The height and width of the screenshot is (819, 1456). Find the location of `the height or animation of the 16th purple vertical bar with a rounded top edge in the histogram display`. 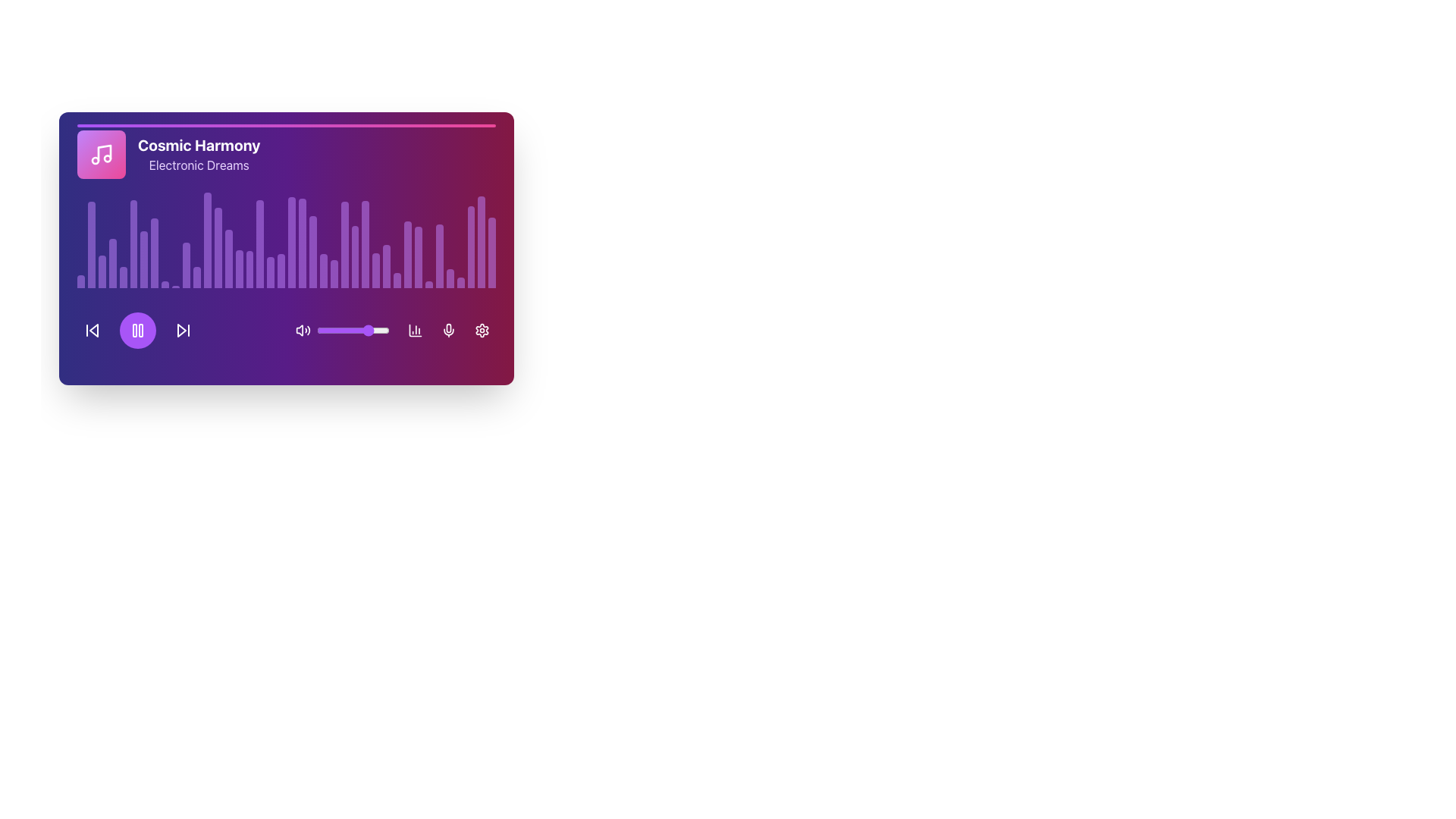

the height or animation of the 16th purple vertical bar with a rounded top edge in the histogram display is located at coordinates (238, 268).